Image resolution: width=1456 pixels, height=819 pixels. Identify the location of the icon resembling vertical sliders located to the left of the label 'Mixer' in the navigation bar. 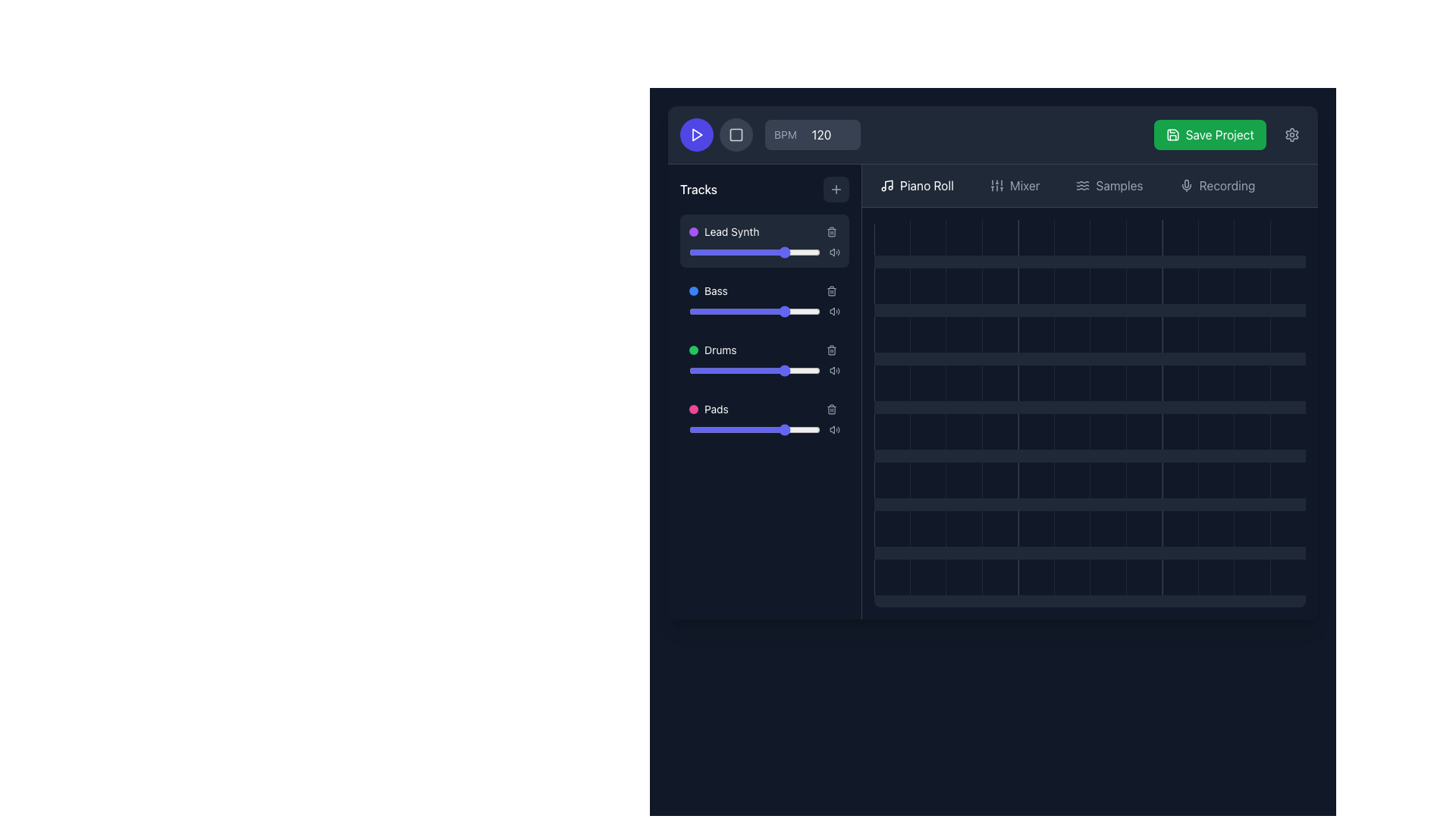
(996, 185).